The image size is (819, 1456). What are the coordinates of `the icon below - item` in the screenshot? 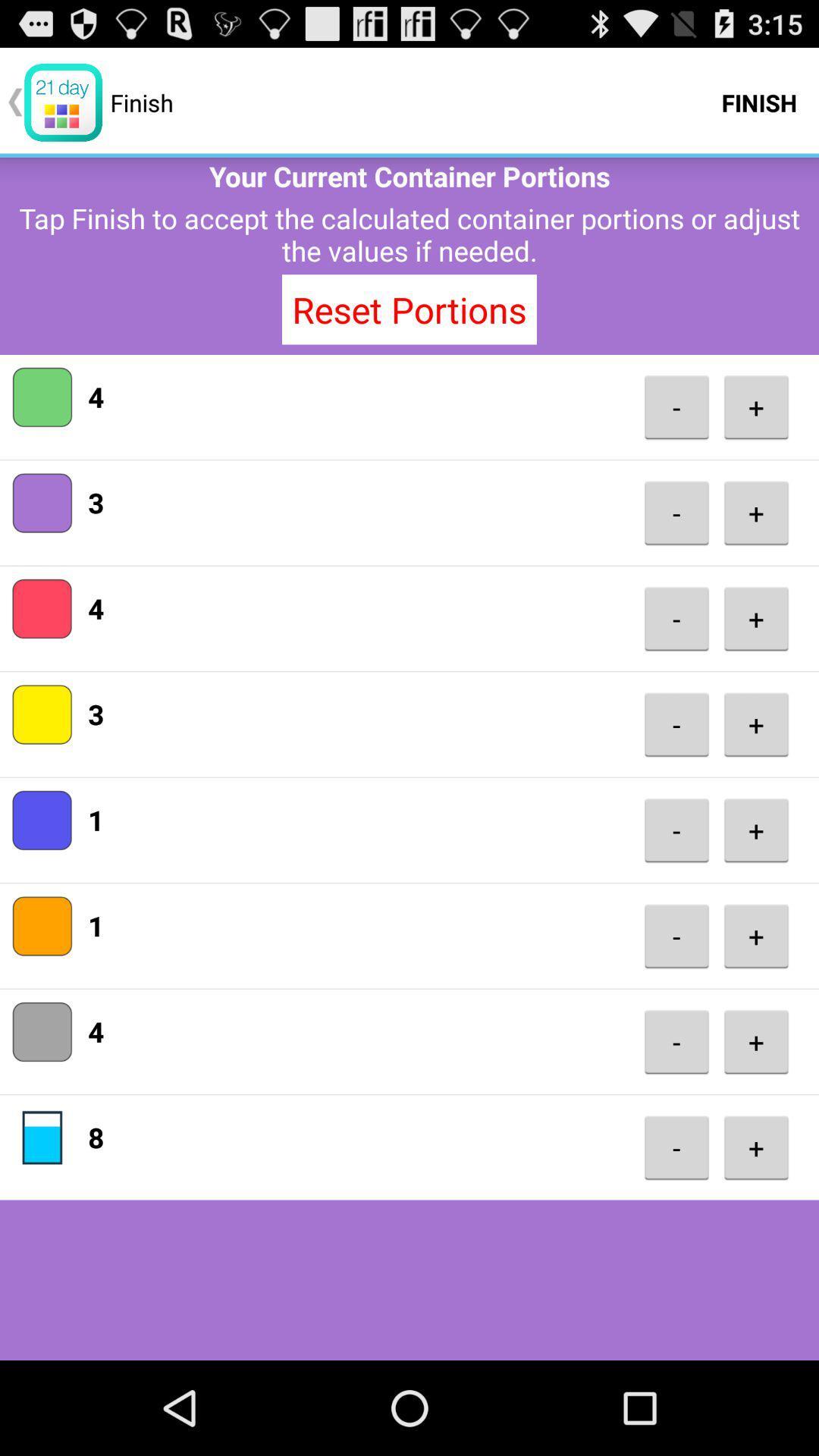 It's located at (756, 513).